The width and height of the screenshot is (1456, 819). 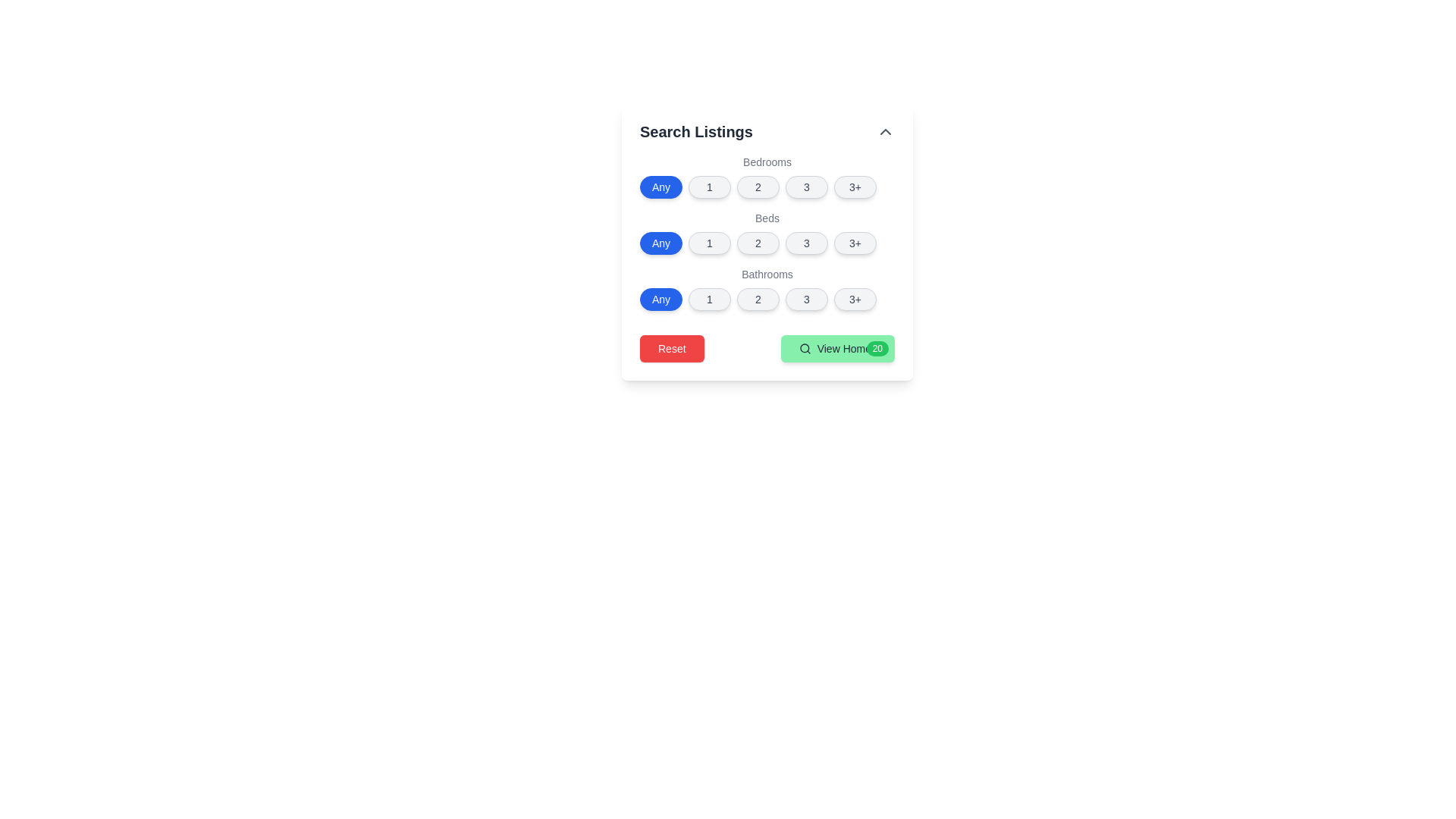 I want to click on the text label displaying 'Bathrooms', which is styled in gray, smaller font and positioned under the label 'Beds', so click(x=767, y=275).